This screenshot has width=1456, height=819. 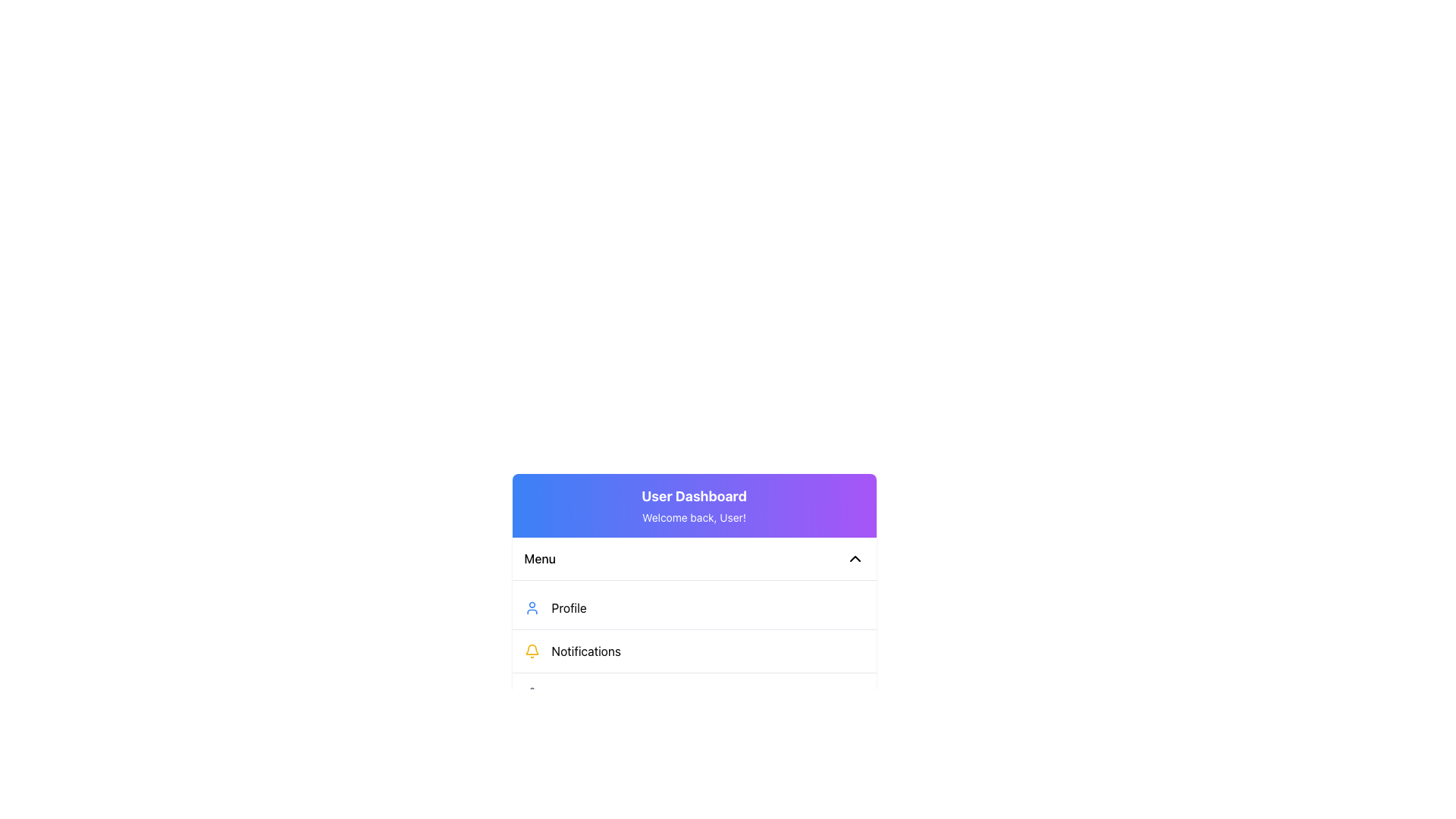 I want to click on the complex-shaped gear icon located in the last section of the vertical menu, so click(x=532, y=694).